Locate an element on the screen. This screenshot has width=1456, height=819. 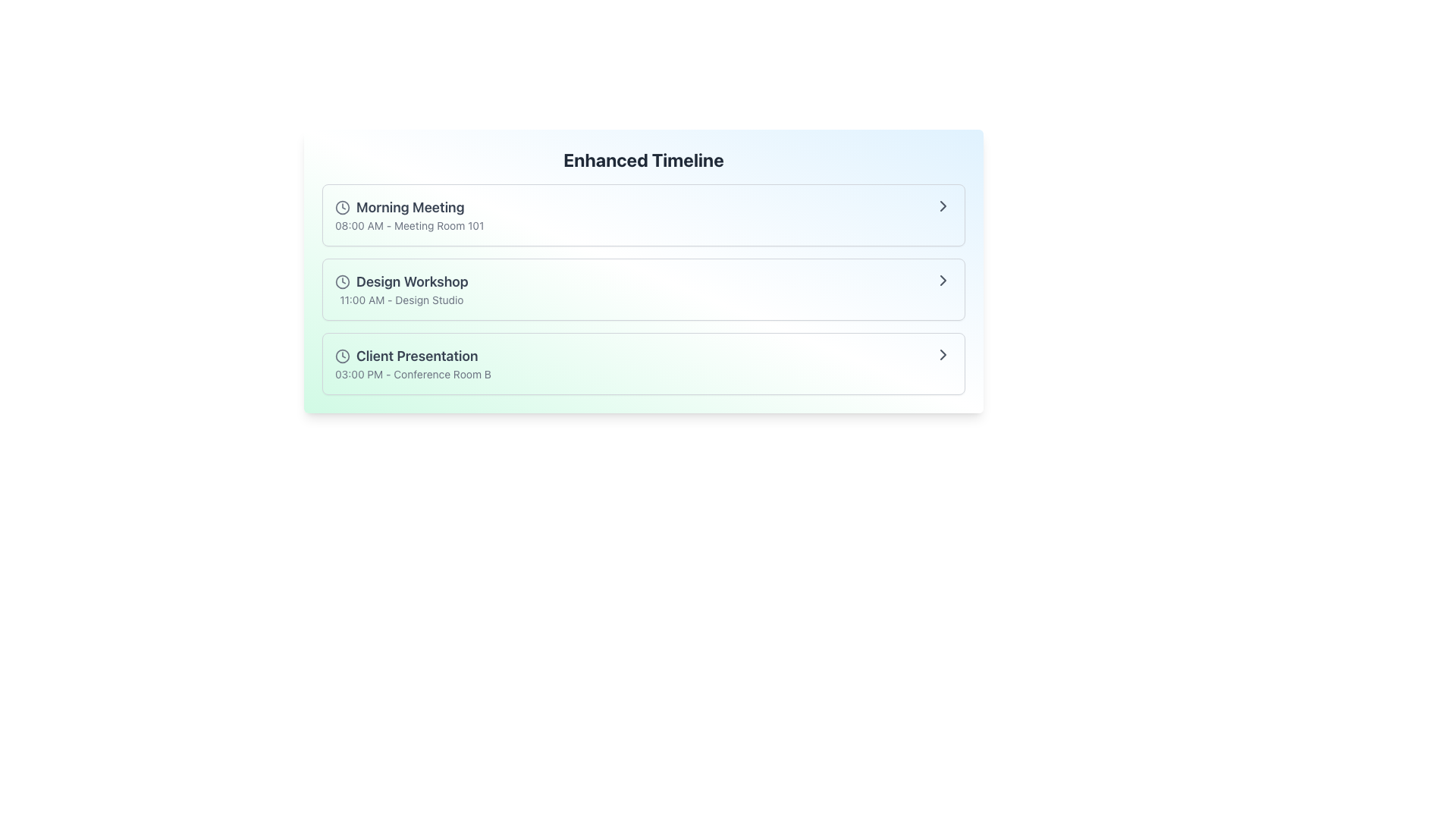
the chevron icon button located at the far right of the row for the 'Client Presentation' schedule item is located at coordinates (942, 354).